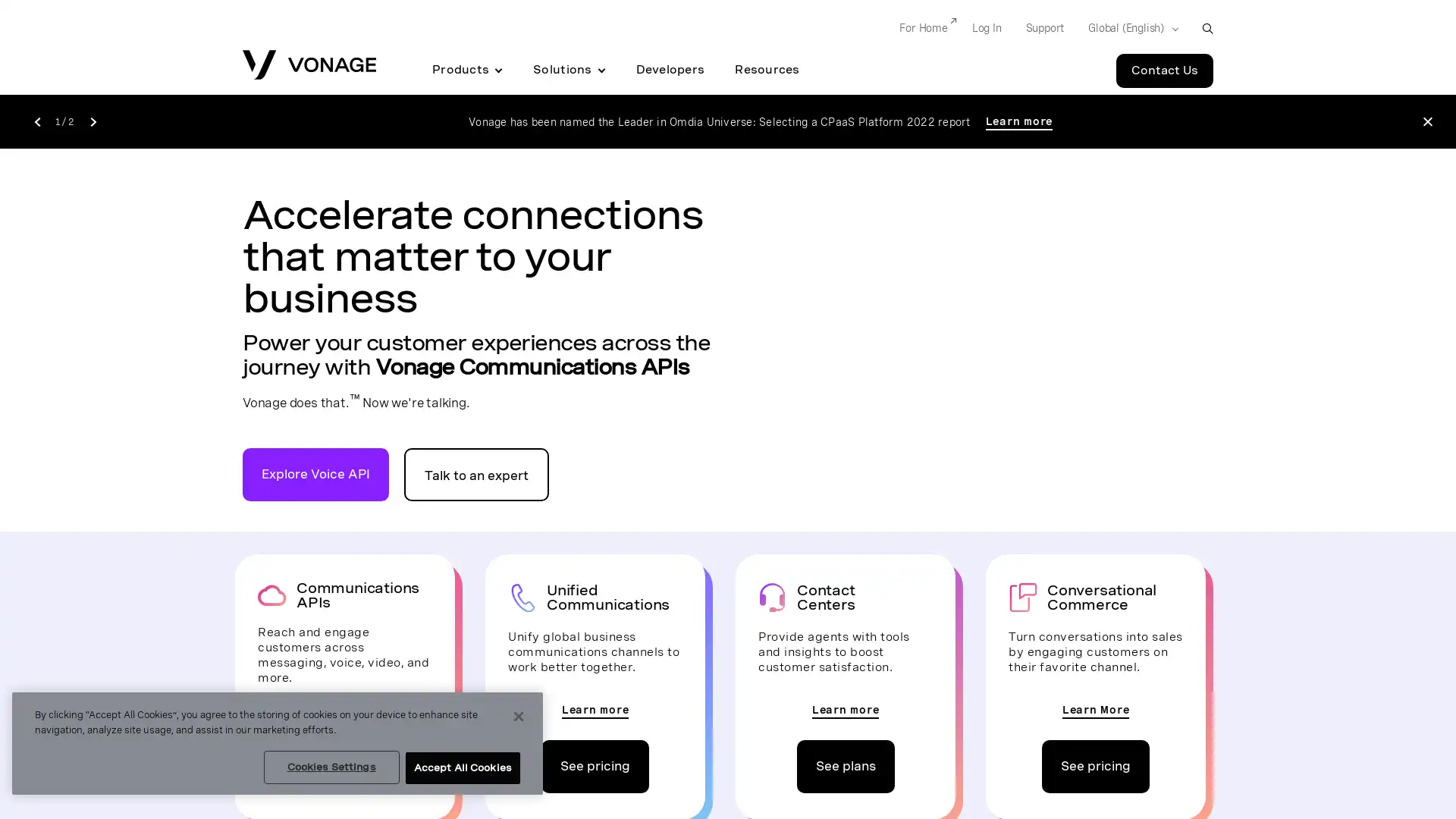 This screenshot has width=1456, height=819. Describe the element at coordinates (1426, 121) in the screenshot. I see `Close the announcement` at that location.